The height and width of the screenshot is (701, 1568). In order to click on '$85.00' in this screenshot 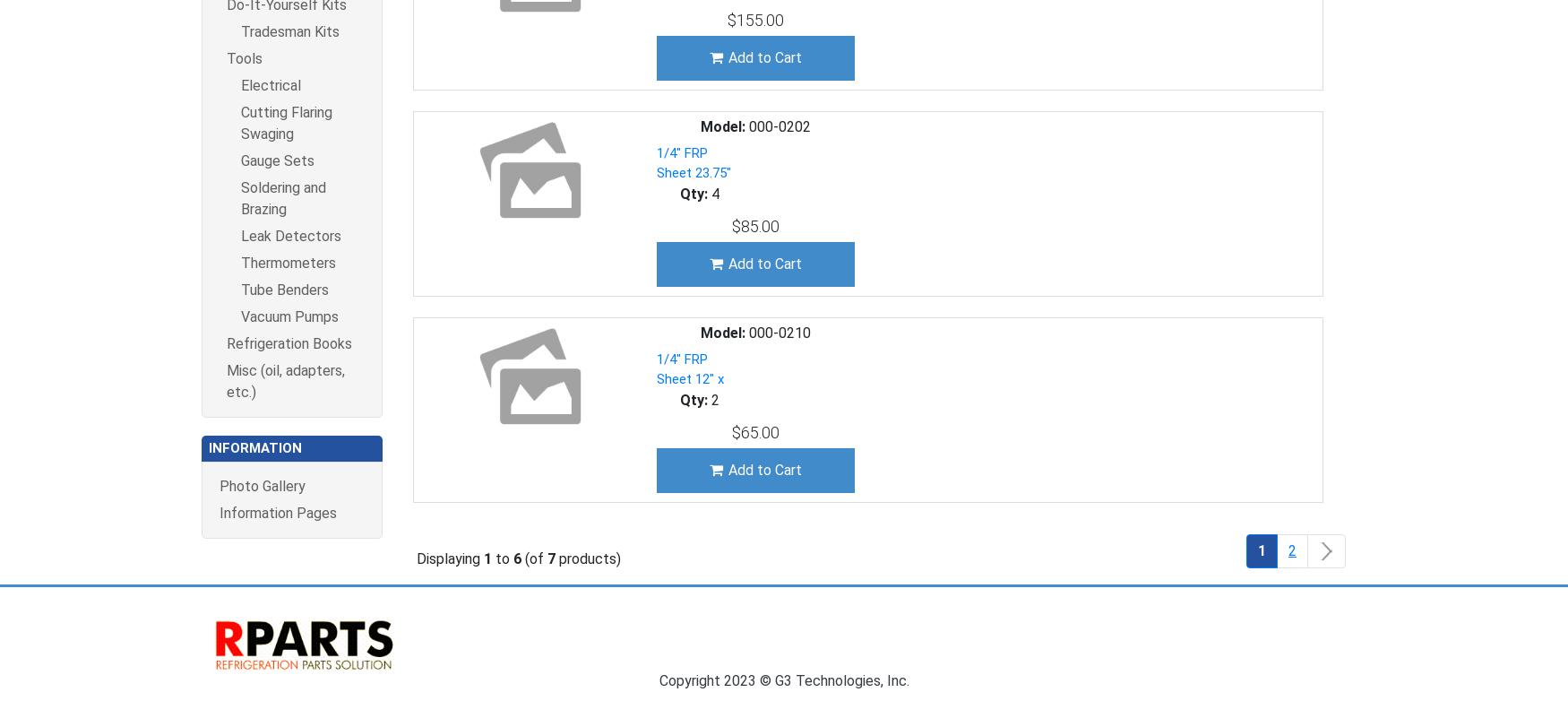, I will do `click(754, 224)`.